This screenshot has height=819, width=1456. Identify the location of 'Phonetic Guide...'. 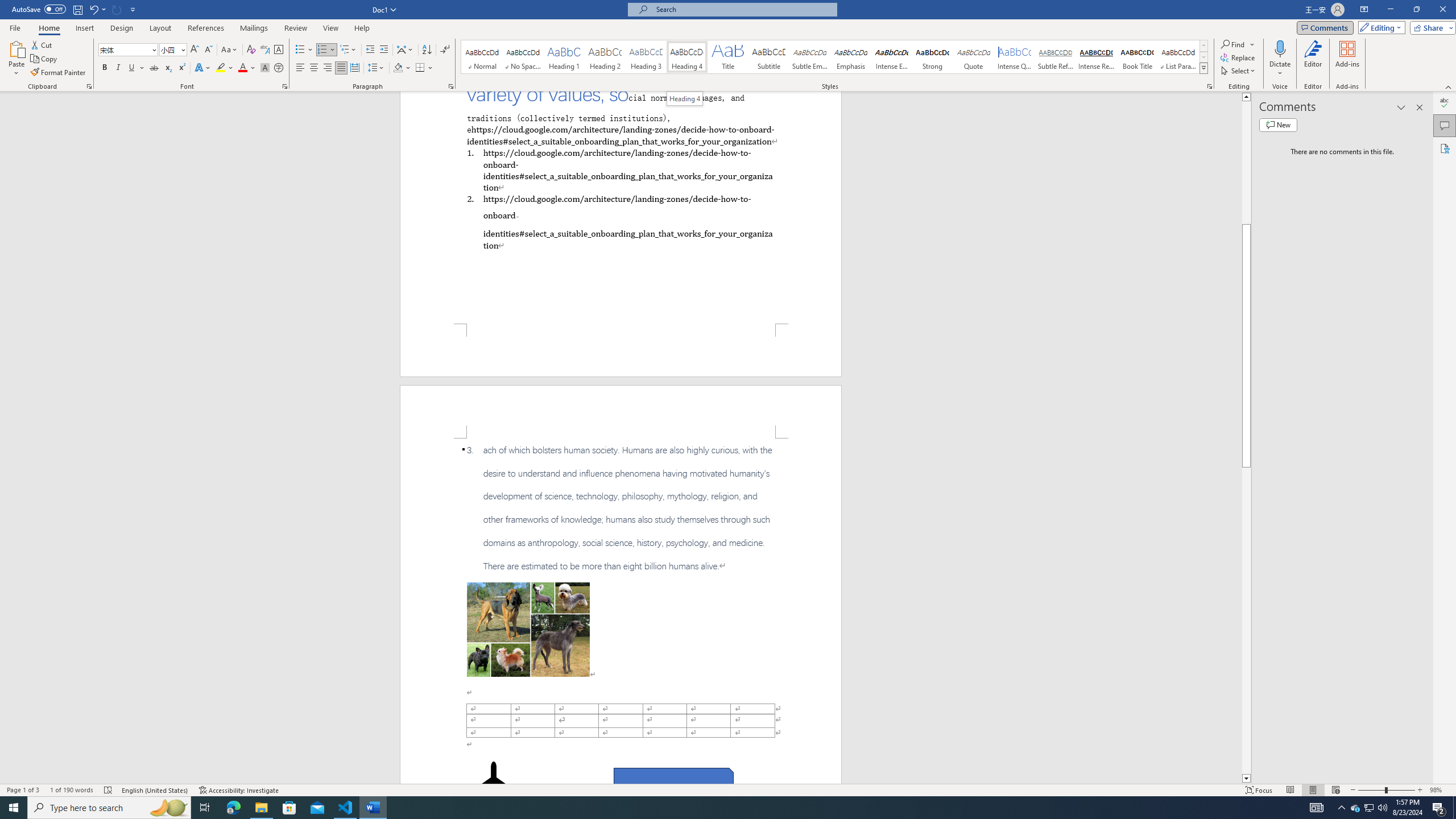
(264, 49).